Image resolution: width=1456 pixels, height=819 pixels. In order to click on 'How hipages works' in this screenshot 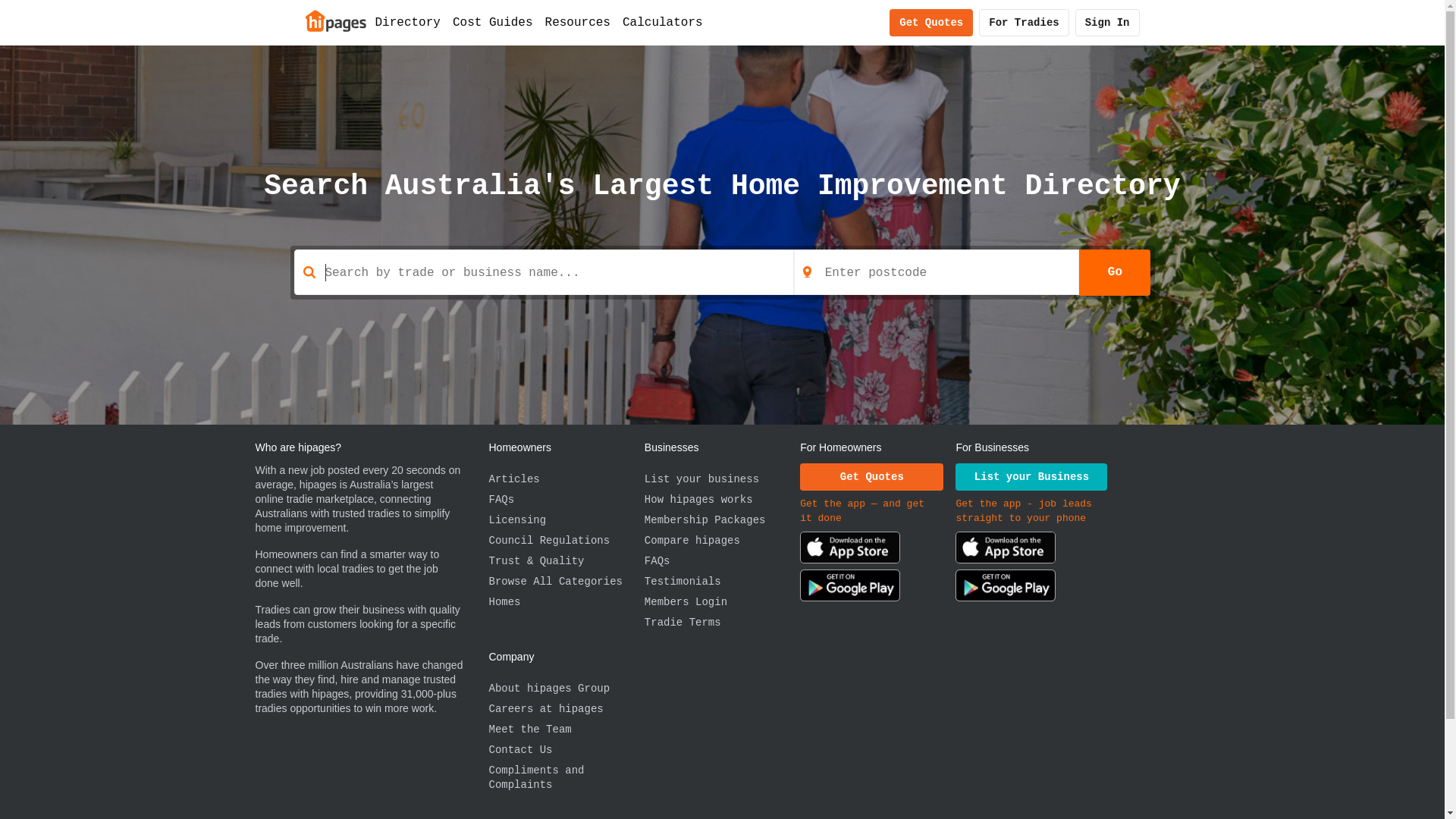, I will do `click(721, 500)`.